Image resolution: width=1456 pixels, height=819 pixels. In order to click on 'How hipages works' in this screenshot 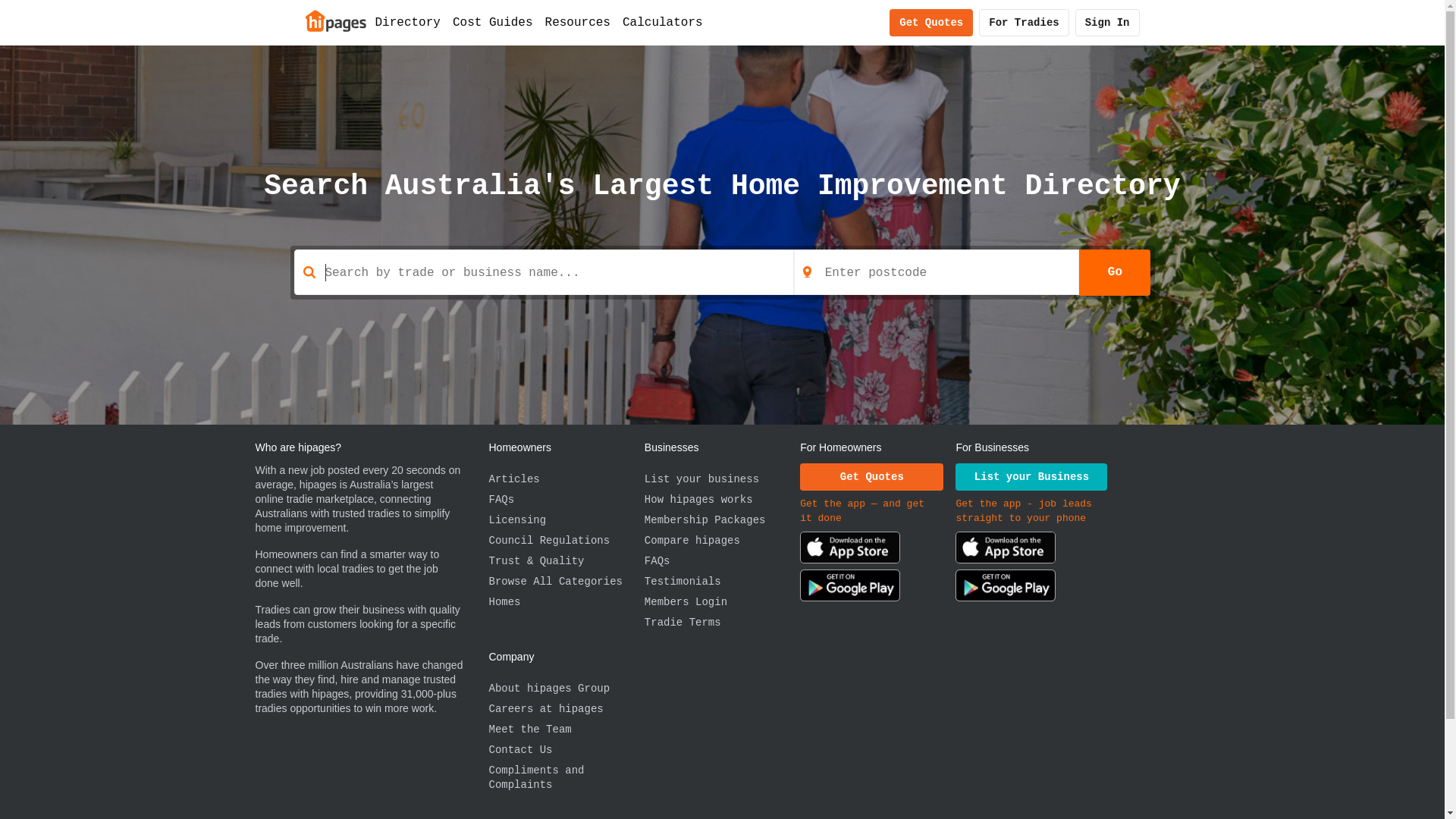, I will do `click(721, 500)`.